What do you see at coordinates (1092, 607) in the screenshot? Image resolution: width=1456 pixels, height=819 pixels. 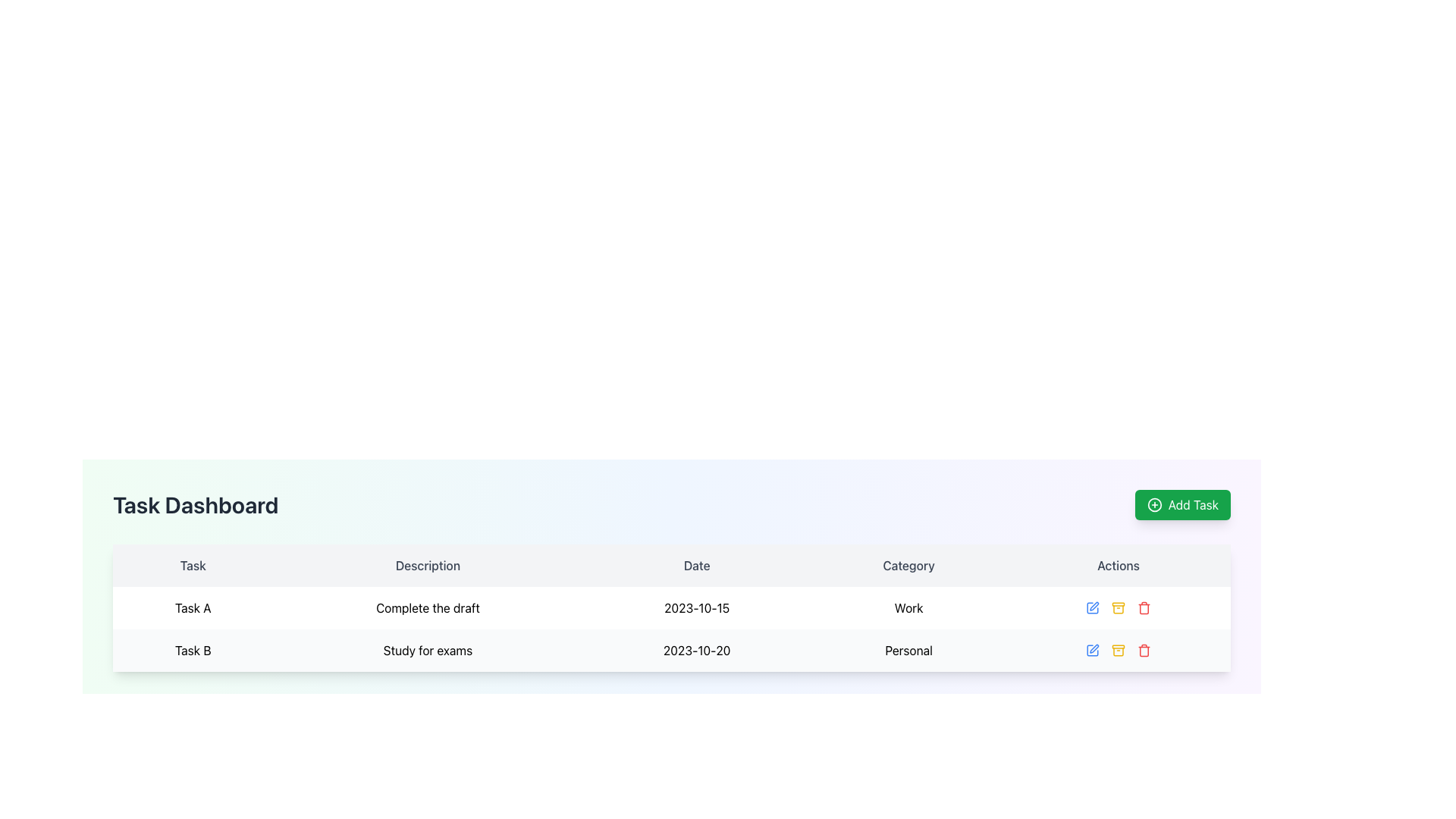 I see `the first icon in the action bar of the first row in the table` at bounding box center [1092, 607].